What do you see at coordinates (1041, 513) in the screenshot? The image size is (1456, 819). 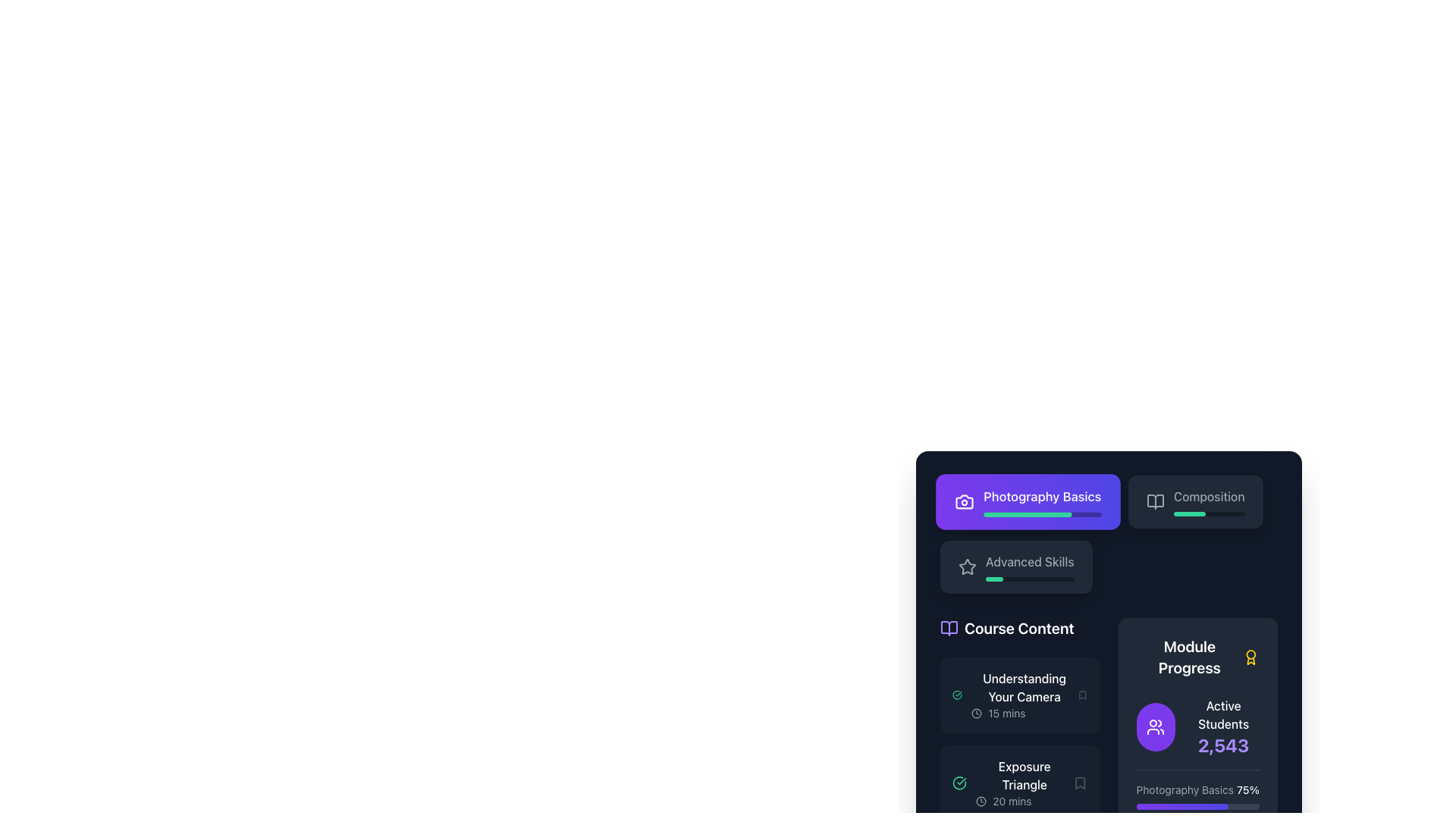 I see `the horizontal progress bar located beneath the 'Photography Basics' title` at bounding box center [1041, 513].